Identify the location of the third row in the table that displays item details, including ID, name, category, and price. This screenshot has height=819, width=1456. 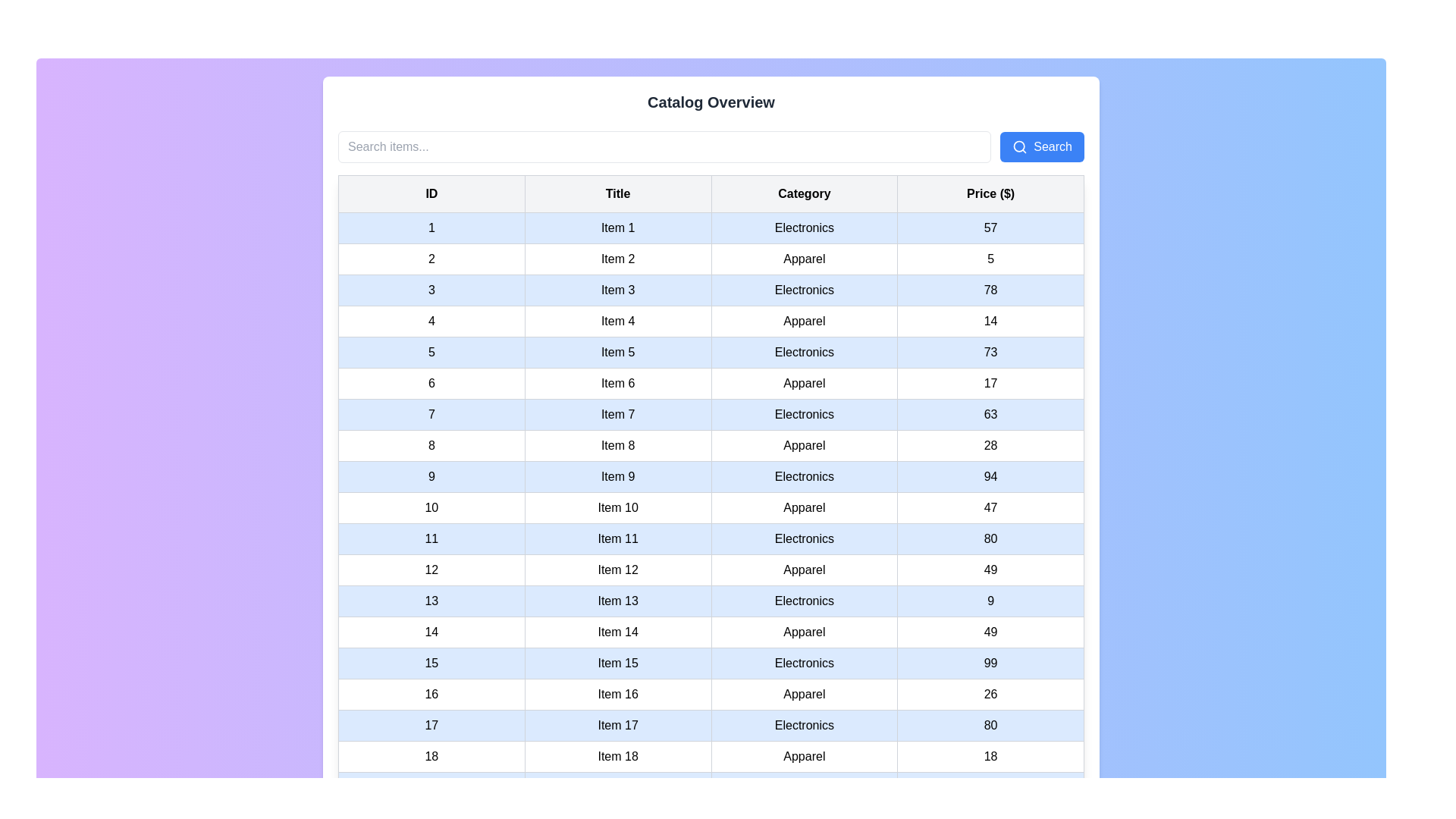
(710, 290).